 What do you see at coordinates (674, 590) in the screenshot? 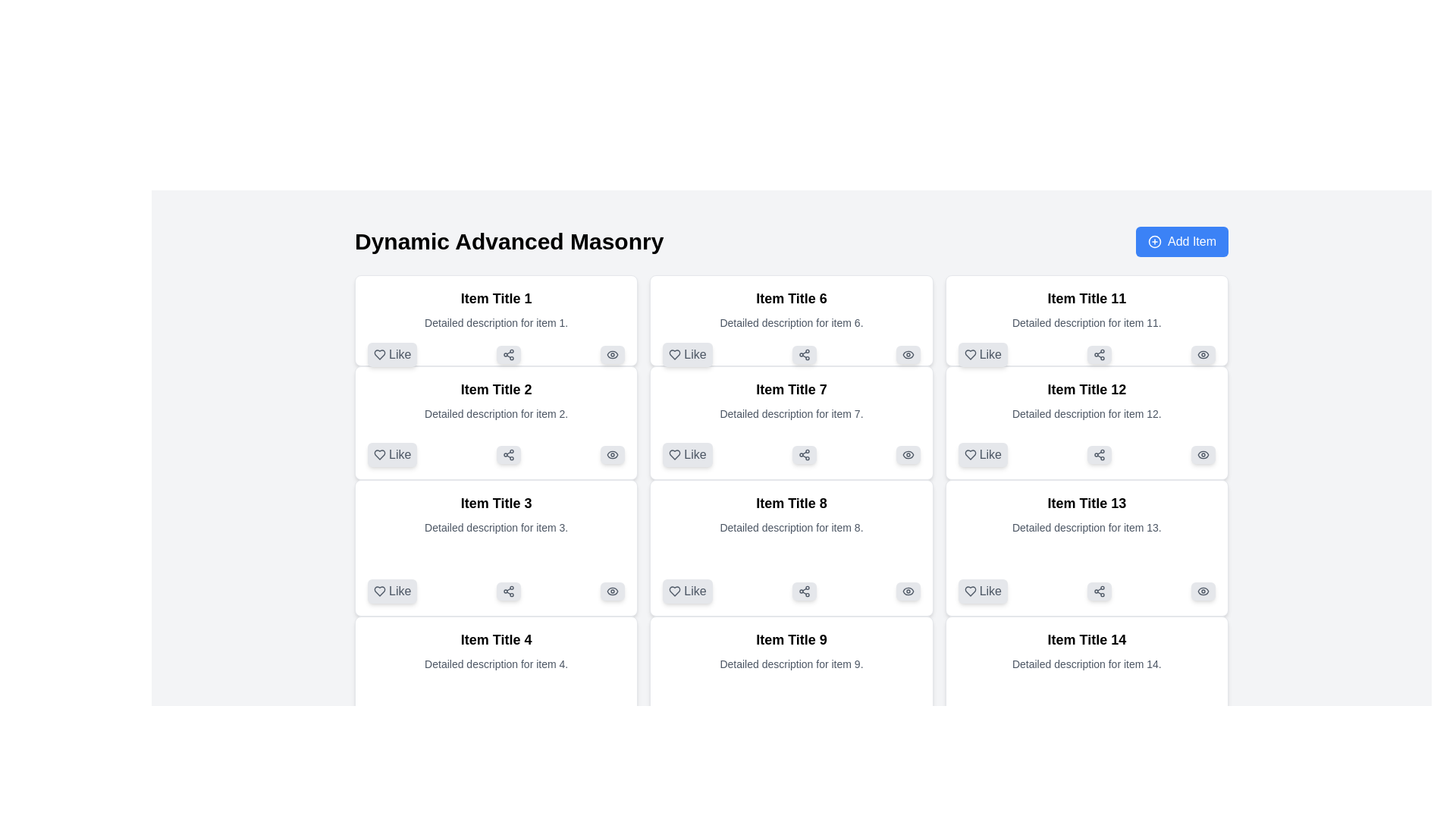
I see `the 'like' icon located in the 'Like' button of the 'Item Title 8' card in the third column, second row of the grid layout to interact` at bounding box center [674, 590].